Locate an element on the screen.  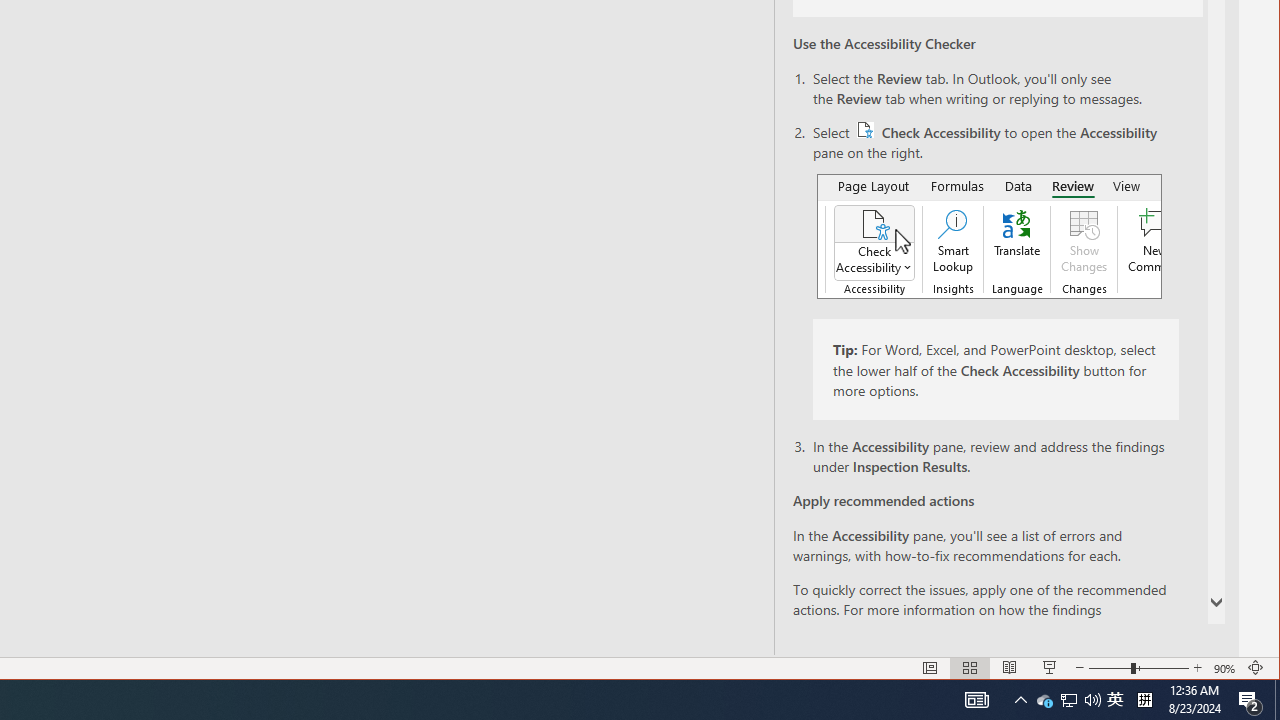
'Zoom 90%' is located at coordinates (1224, 668).